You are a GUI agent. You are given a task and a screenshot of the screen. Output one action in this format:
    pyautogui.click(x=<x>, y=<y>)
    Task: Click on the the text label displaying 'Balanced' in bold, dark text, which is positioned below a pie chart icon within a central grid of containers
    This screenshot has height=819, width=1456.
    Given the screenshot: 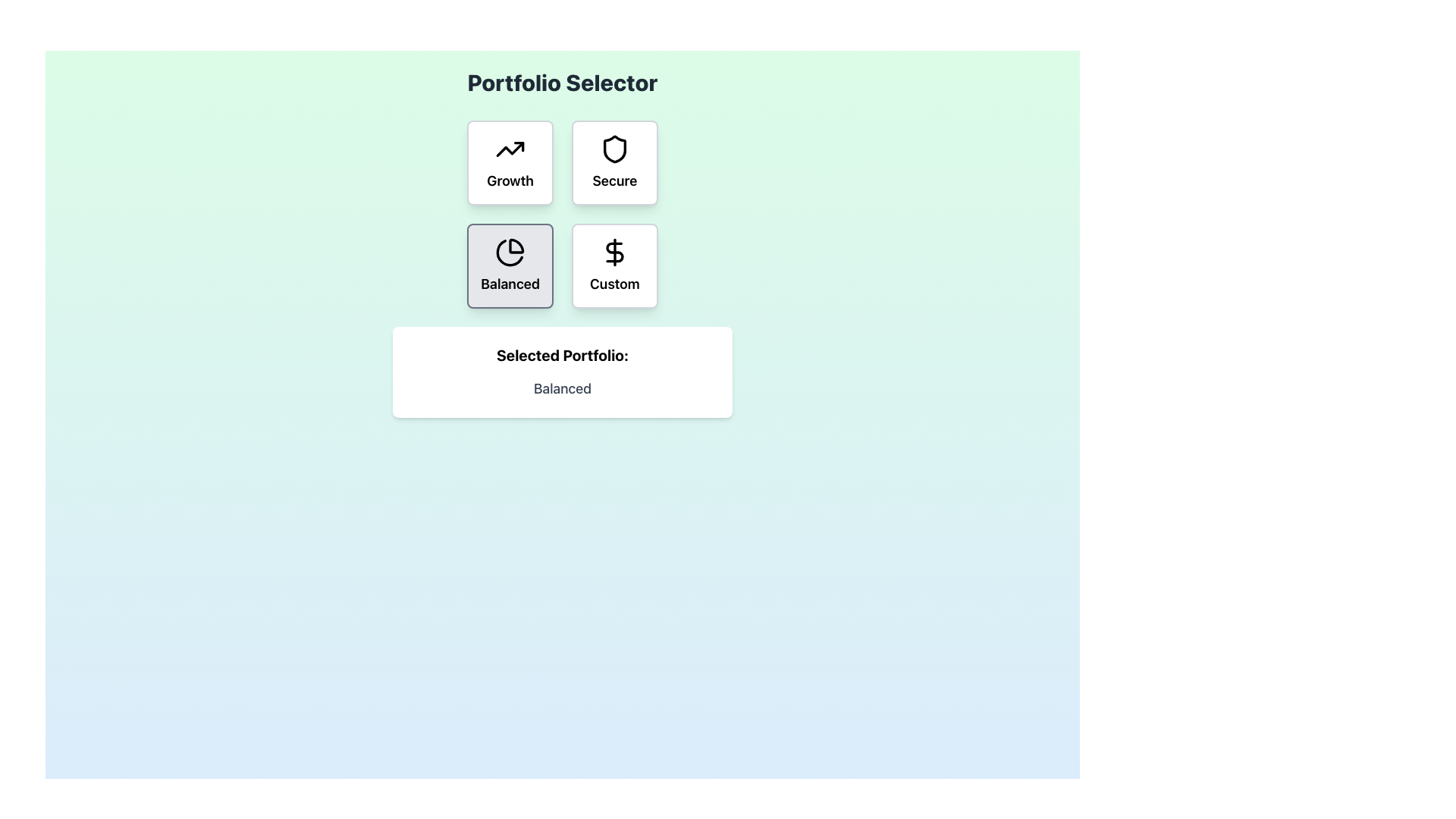 What is the action you would take?
    pyautogui.click(x=510, y=284)
    